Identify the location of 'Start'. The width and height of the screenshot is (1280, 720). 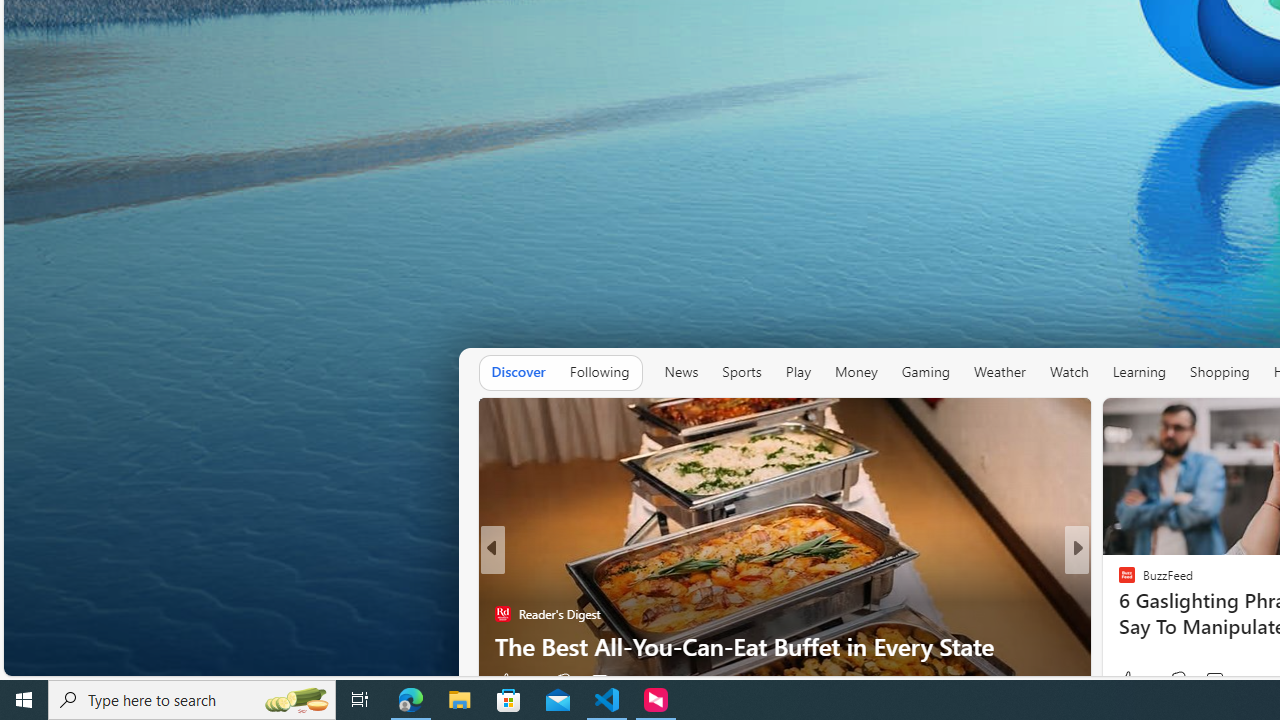
(24, 698).